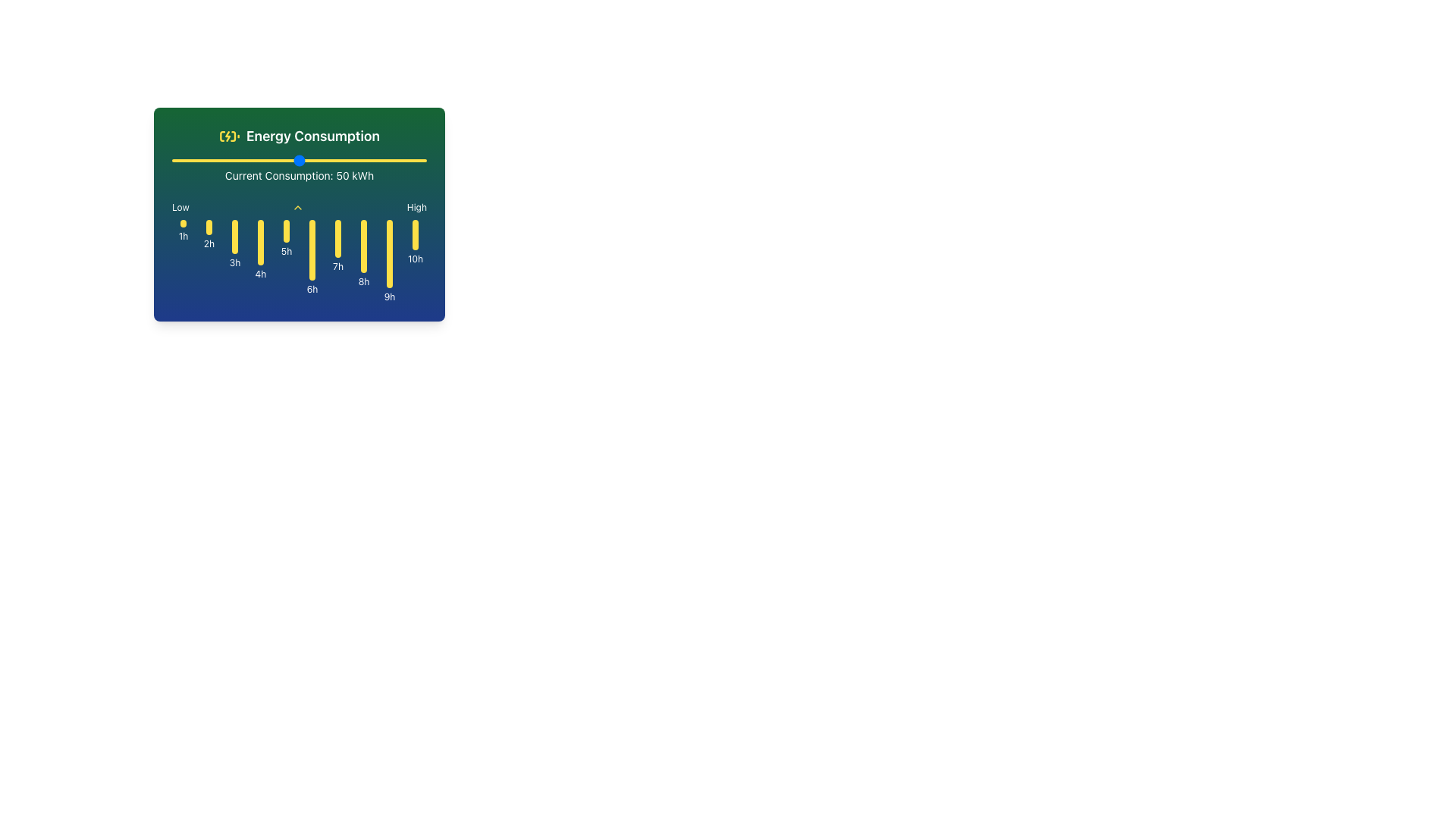 This screenshot has width=1456, height=819. What do you see at coordinates (324, 162) in the screenshot?
I see `the energy consumption slider` at bounding box center [324, 162].